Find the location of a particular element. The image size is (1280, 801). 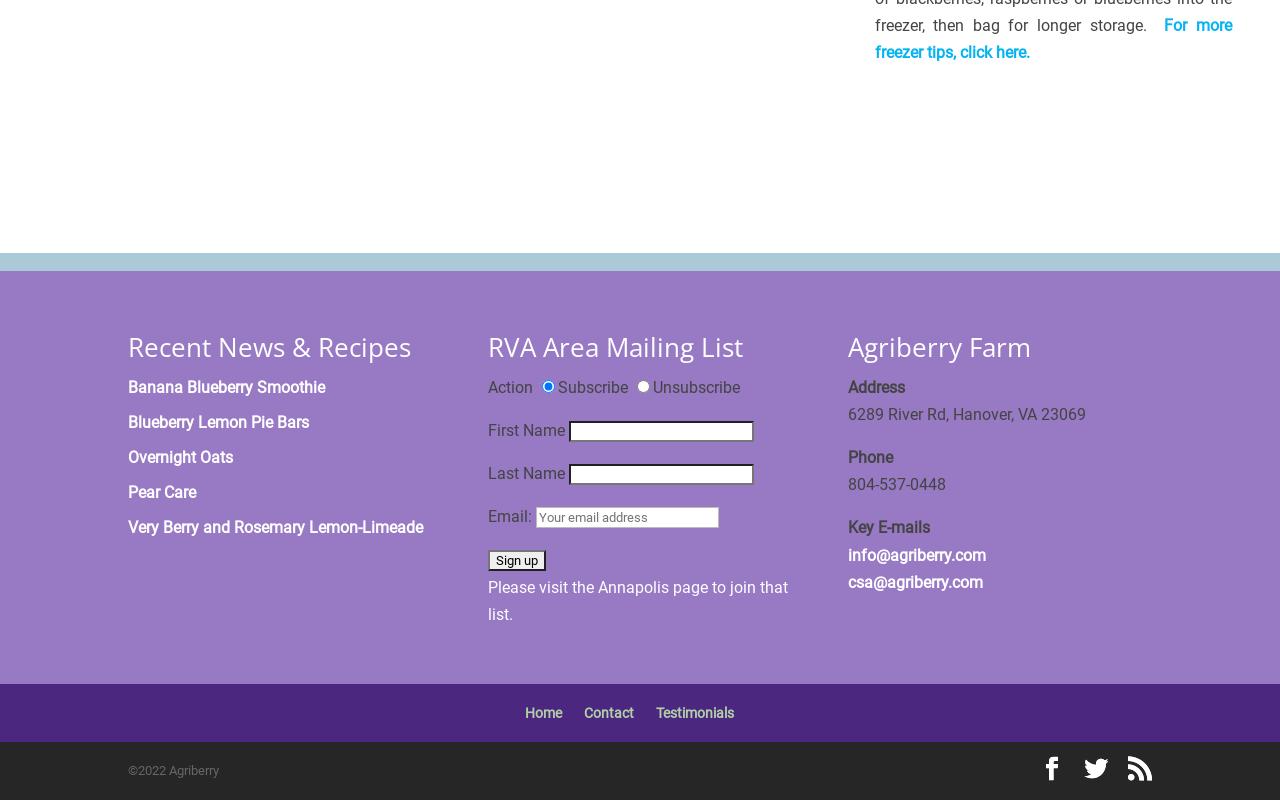

'Email:' is located at coordinates (512, 516).